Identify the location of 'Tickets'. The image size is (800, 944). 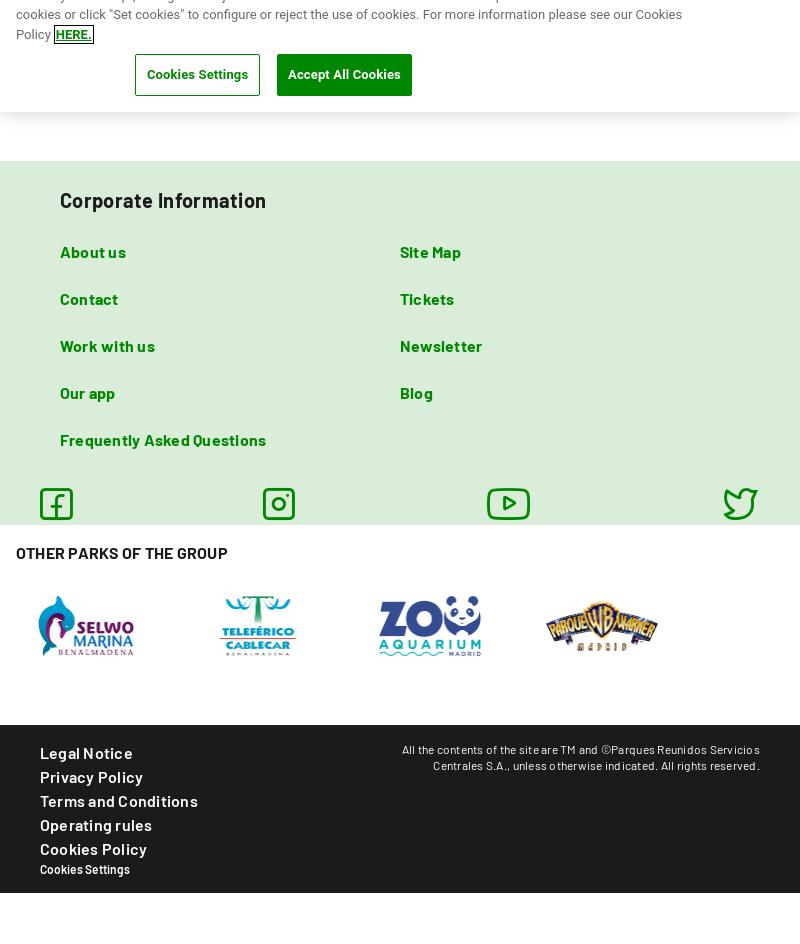
(400, 296).